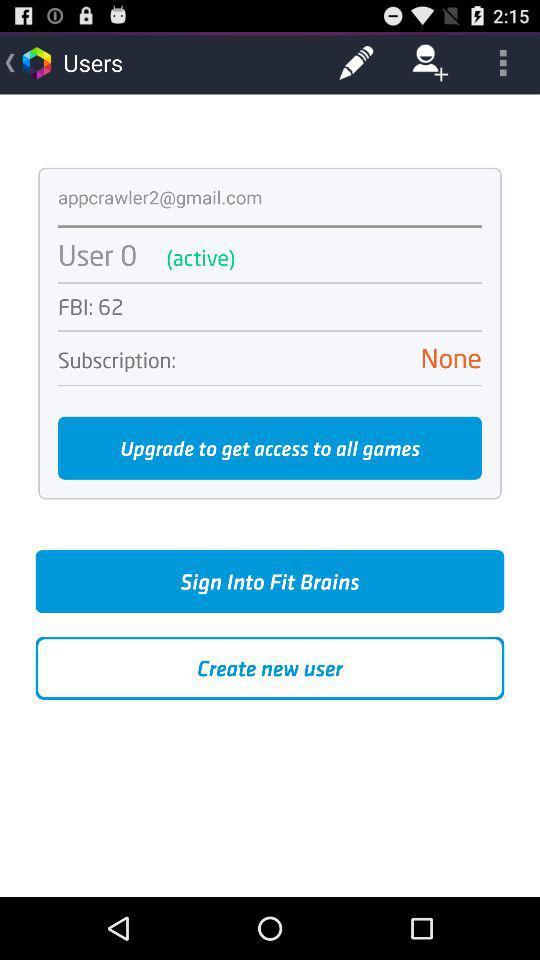  Describe the element at coordinates (334, 256) in the screenshot. I see `item to the right of user 0 item` at that location.